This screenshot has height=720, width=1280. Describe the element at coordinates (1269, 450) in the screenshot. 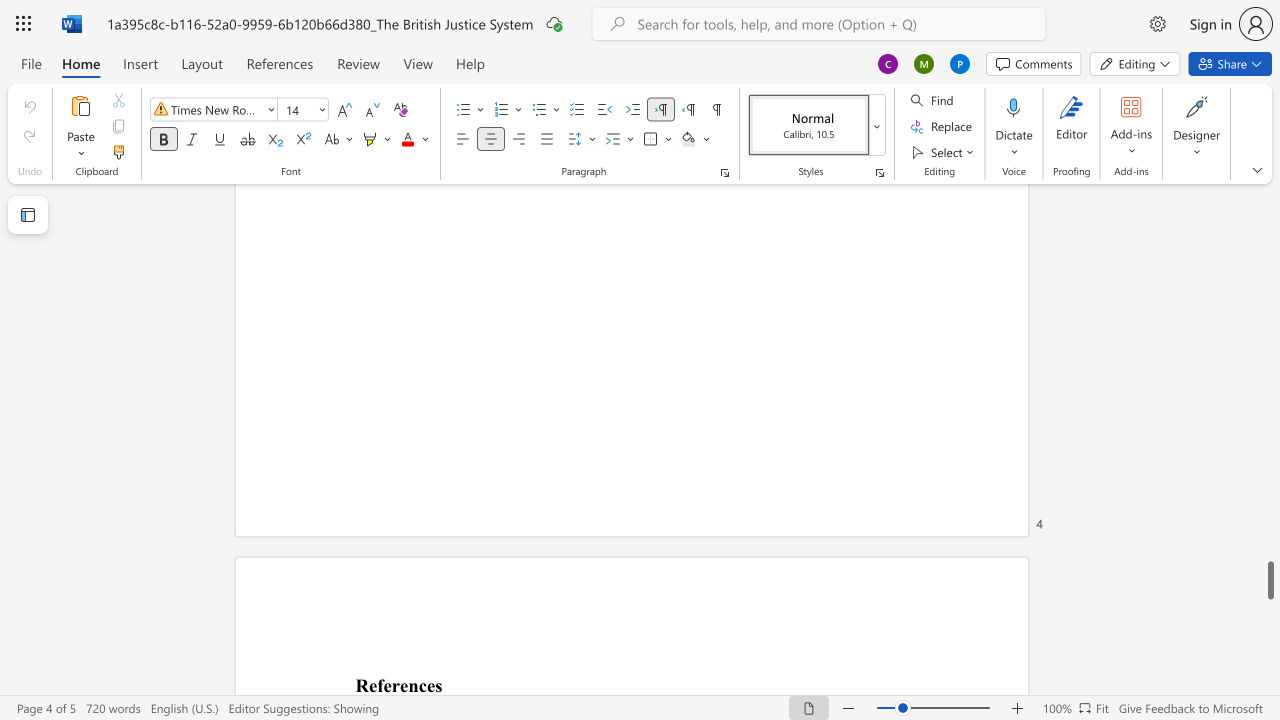

I see `the scrollbar on the right` at that location.